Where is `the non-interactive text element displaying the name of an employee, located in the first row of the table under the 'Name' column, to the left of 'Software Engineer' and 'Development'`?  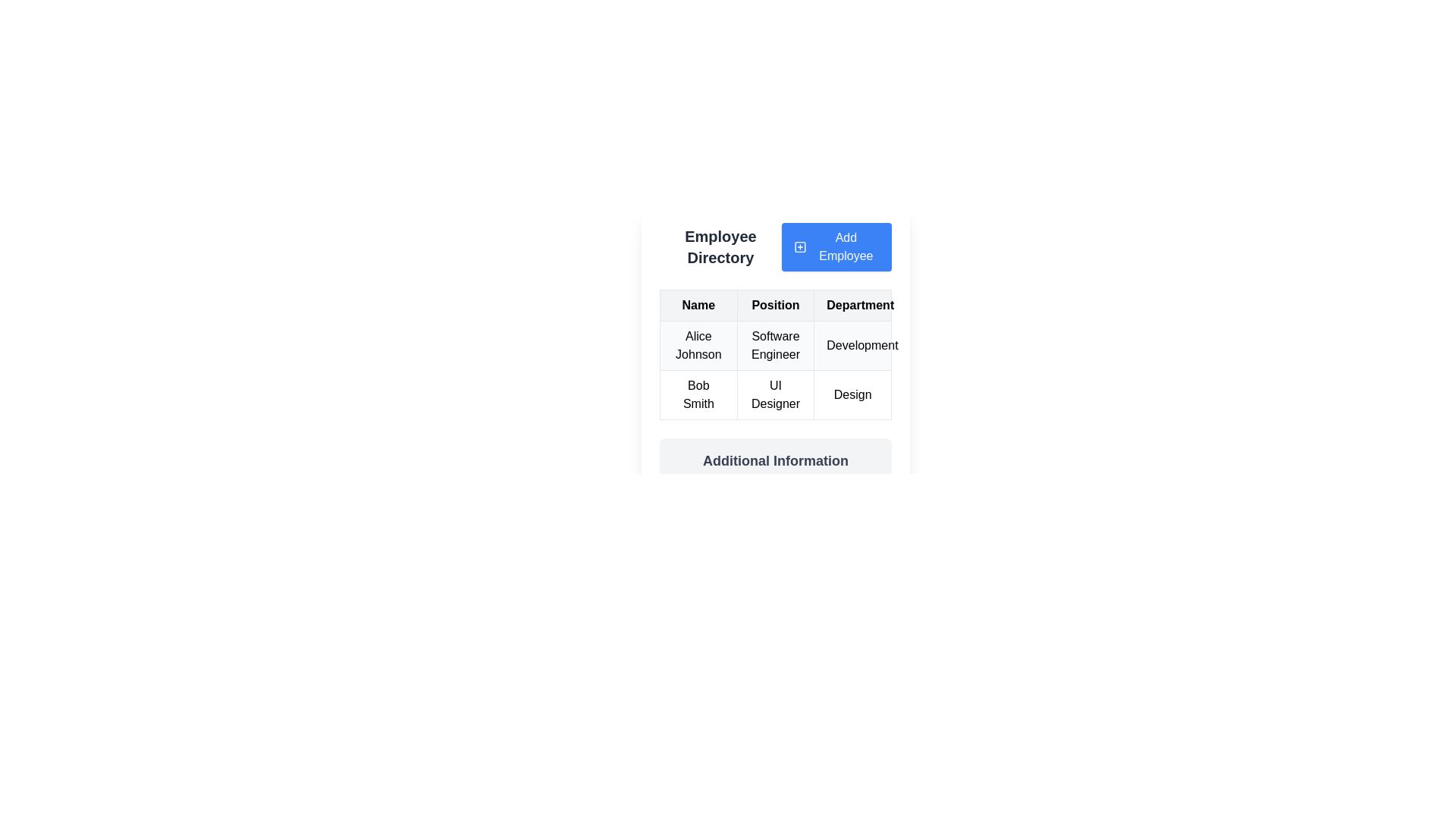
the non-interactive text element displaying the name of an employee, located in the first row of the table under the 'Name' column, to the left of 'Software Engineer' and 'Development' is located at coordinates (698, 345).